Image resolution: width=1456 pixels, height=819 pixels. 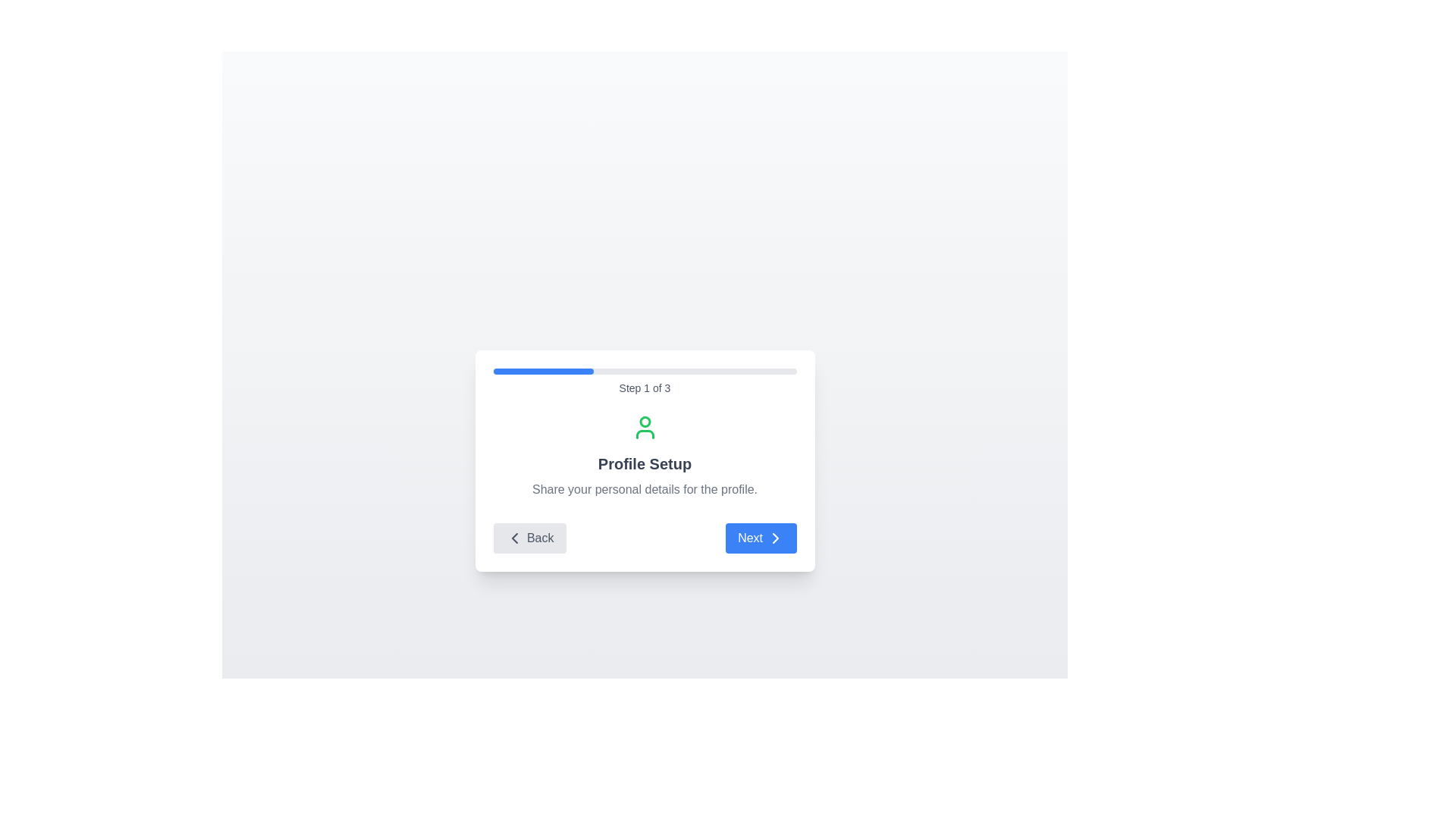 I want to click on the progress bar located at the top of the card, which visually indicates progress through a multi-step process, currently showing Step 1 of 3, so click(x=645, y=371).